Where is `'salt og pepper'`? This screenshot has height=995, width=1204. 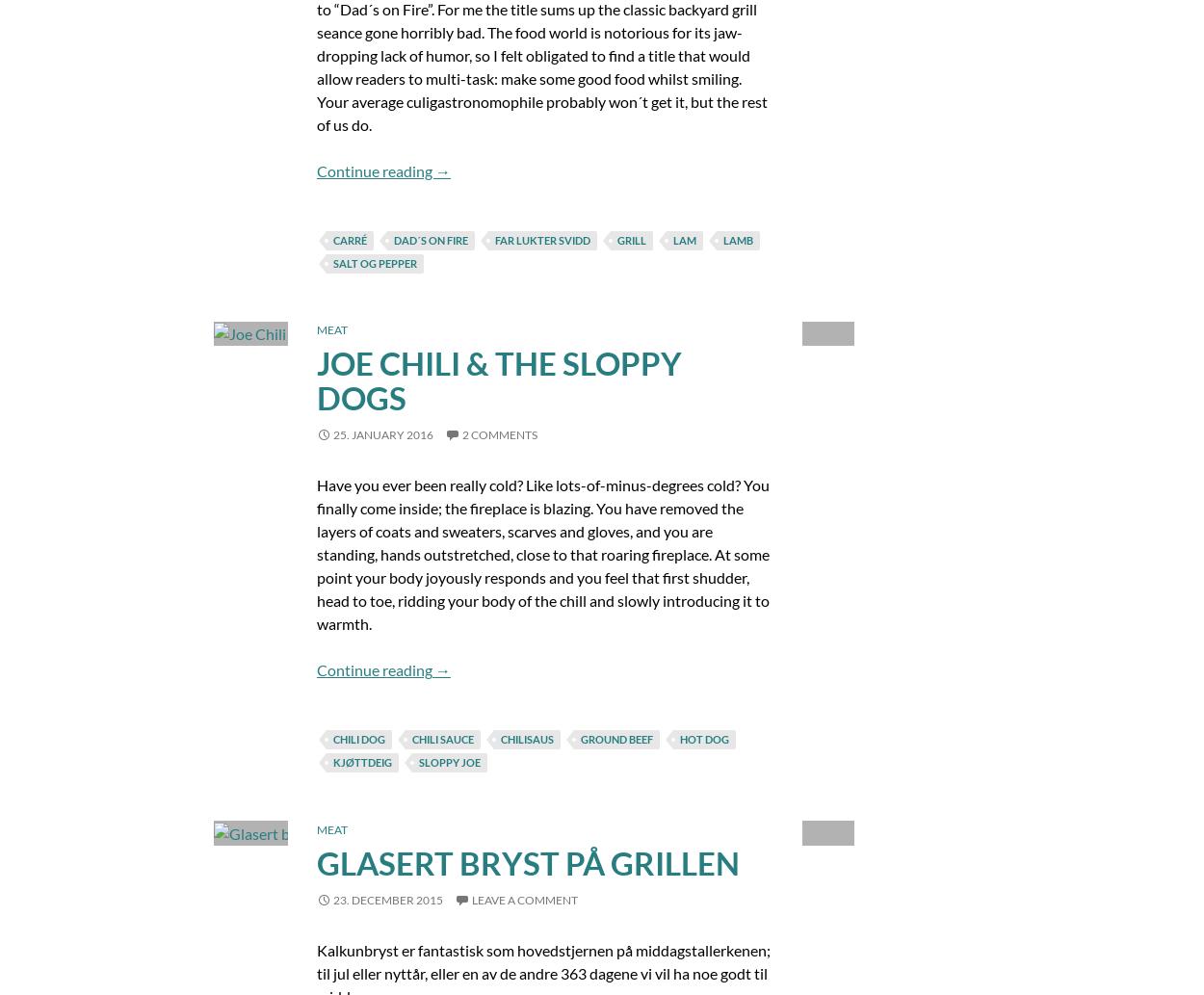 'salt og pepper' is located at coordinates (374, 261).